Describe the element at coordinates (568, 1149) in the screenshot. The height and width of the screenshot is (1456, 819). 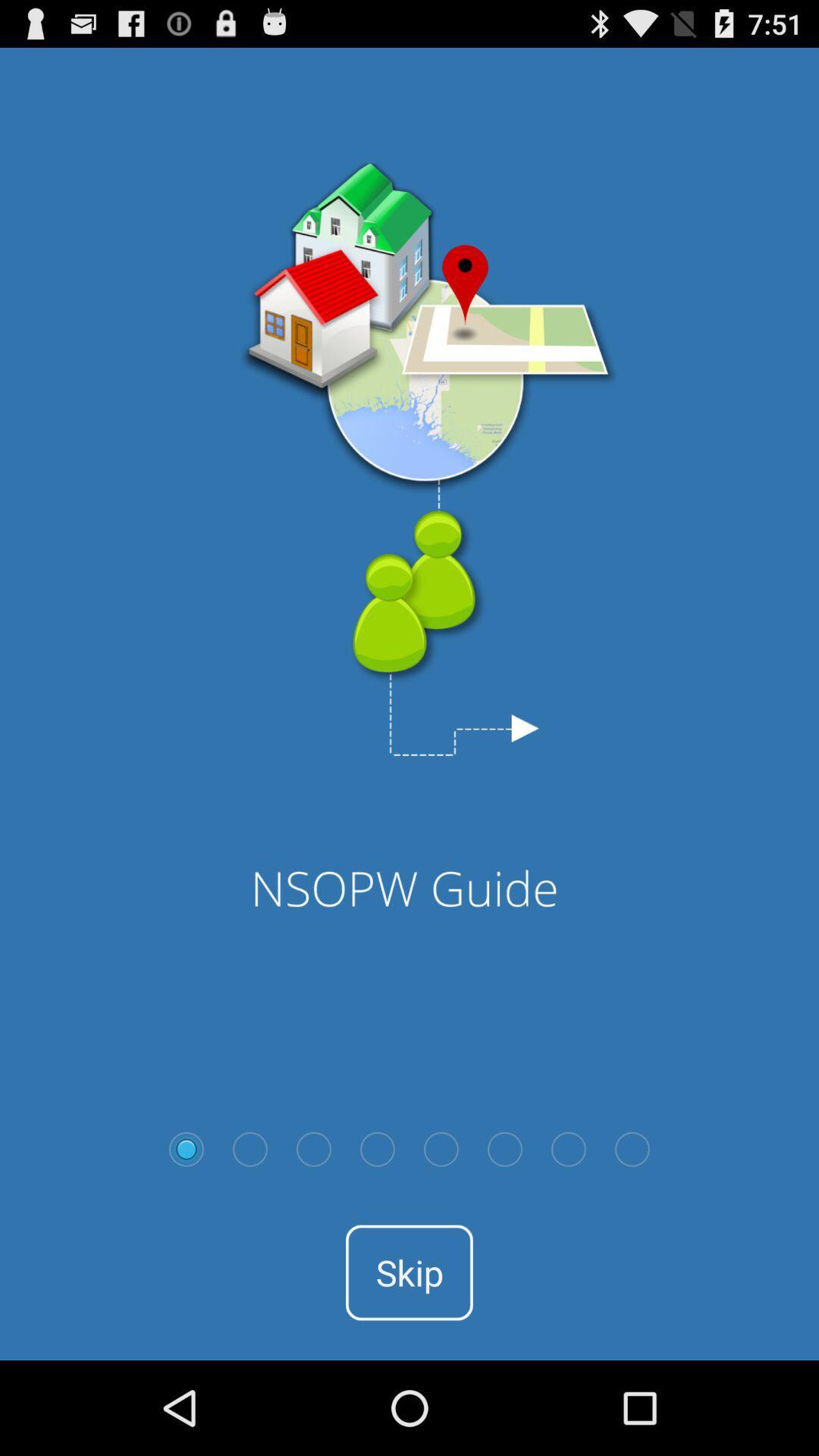
I see `next` at that location.